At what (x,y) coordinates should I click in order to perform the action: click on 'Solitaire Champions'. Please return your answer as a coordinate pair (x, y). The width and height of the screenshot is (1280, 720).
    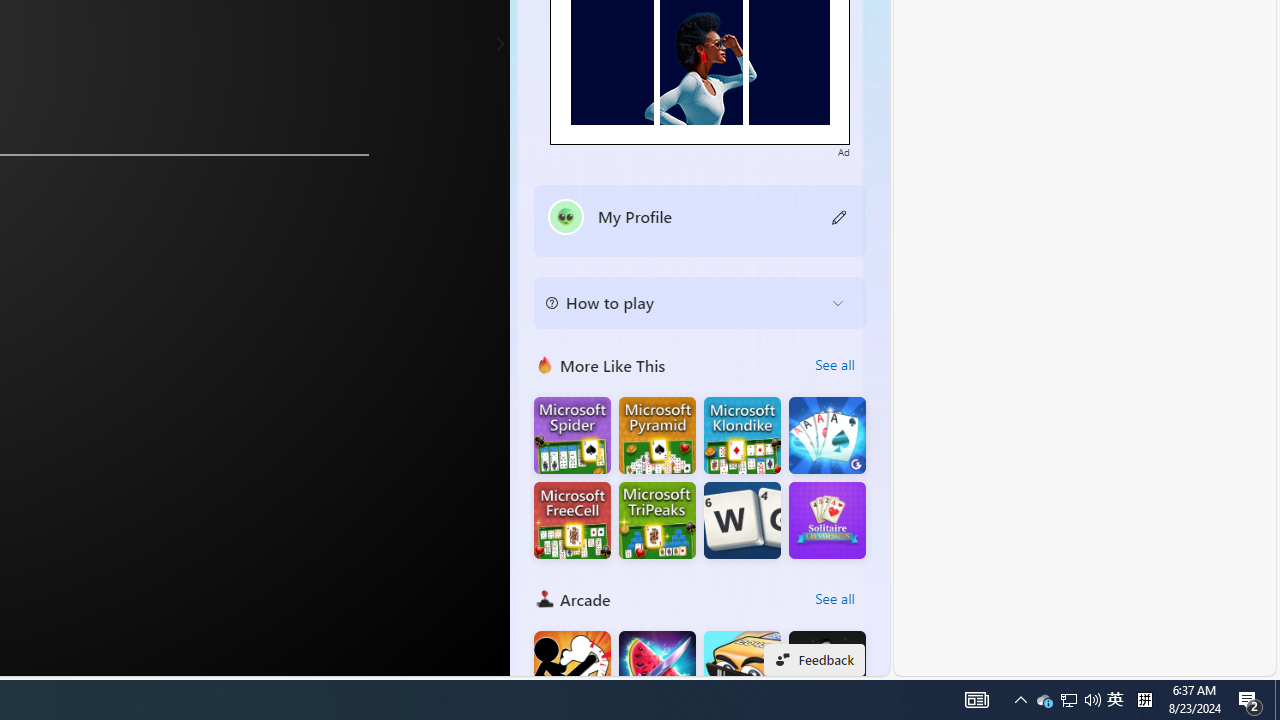
    Looking at the image, I should click on (827, 519).